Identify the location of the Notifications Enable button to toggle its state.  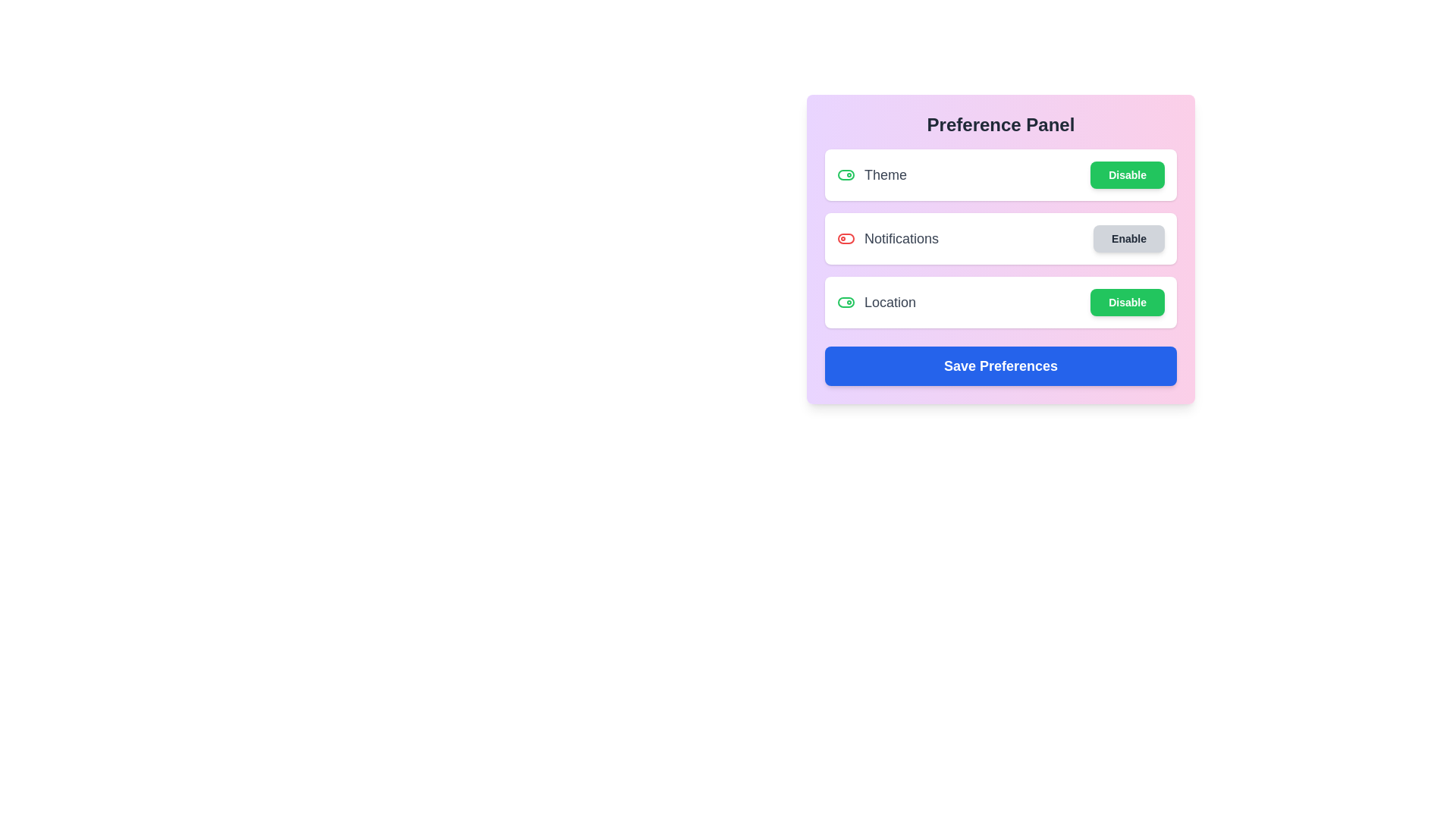
(1128, 239).